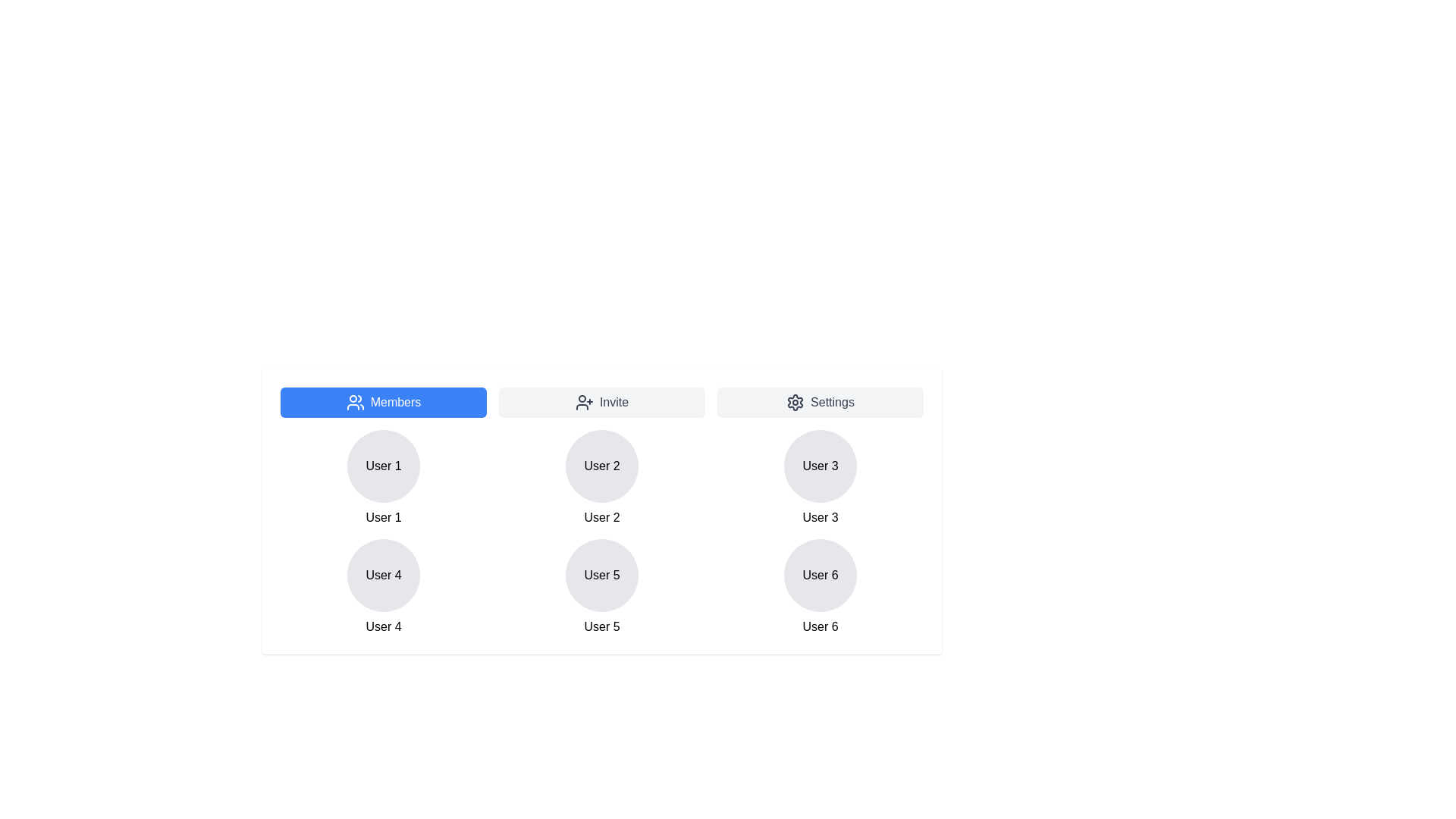 Image resolution: width=1456 pixels, height=819 pixels. Describe the element at coordinates (396, 402) in the screenshot. I see `the 'Members' text label` at that location.